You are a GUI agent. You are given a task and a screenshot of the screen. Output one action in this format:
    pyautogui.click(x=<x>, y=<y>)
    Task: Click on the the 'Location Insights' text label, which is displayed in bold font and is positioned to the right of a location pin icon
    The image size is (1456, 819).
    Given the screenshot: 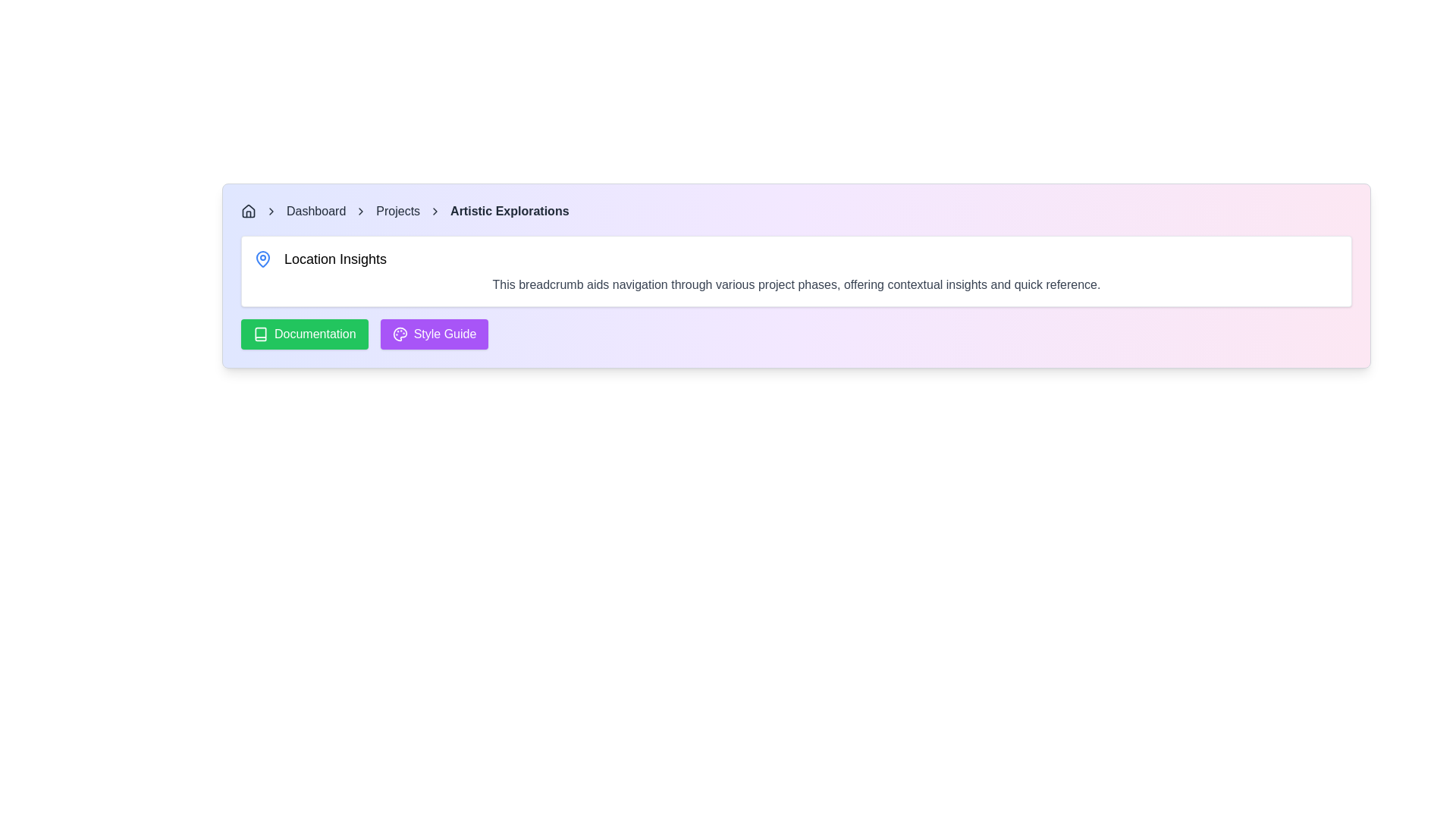 What is the action you would take?
    pyautogui.click(x=334, y=259)
    